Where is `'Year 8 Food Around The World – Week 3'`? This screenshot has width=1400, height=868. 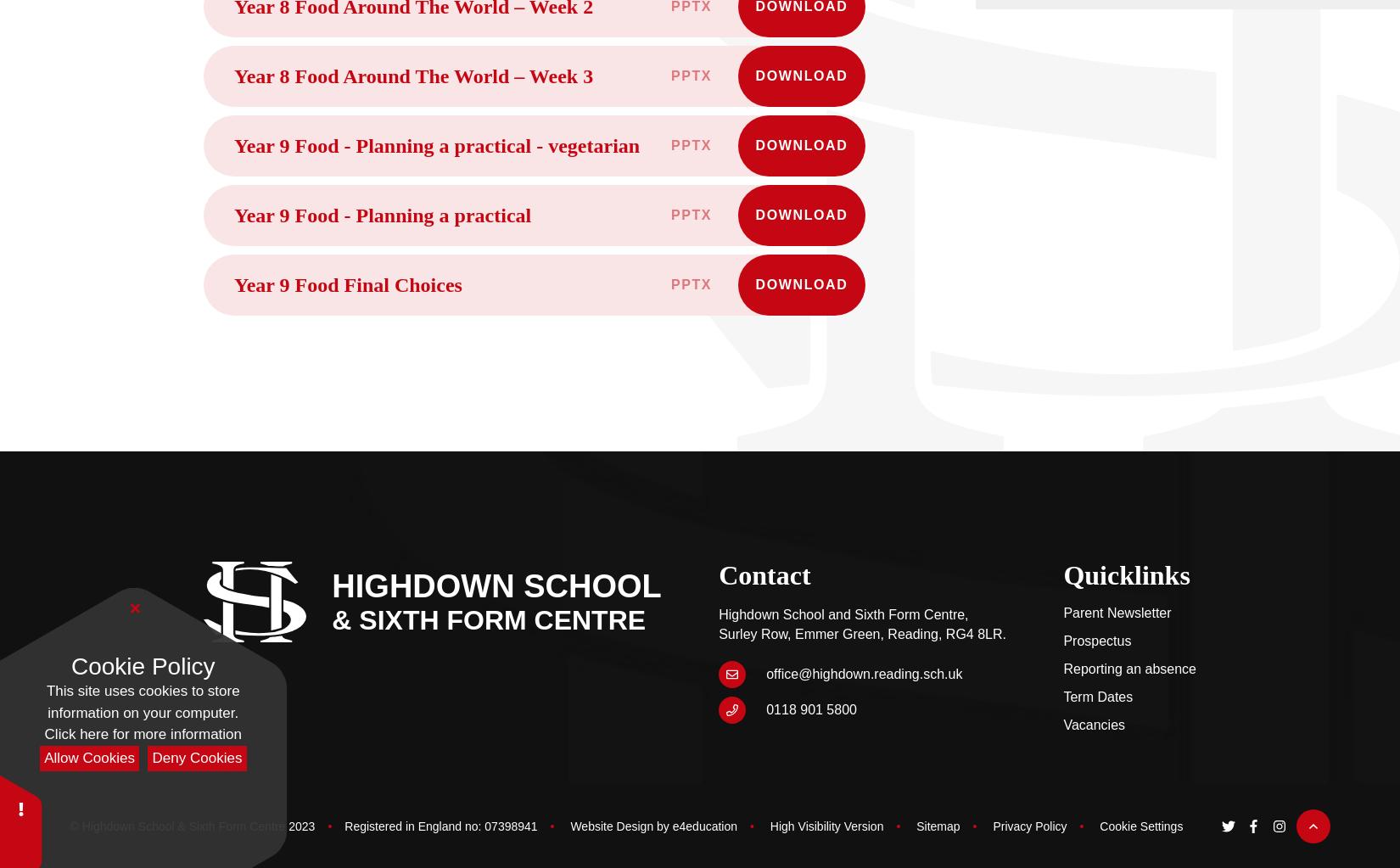
'Year 8 Food Around The World – Week 3' is located at coordinates (234, 76).